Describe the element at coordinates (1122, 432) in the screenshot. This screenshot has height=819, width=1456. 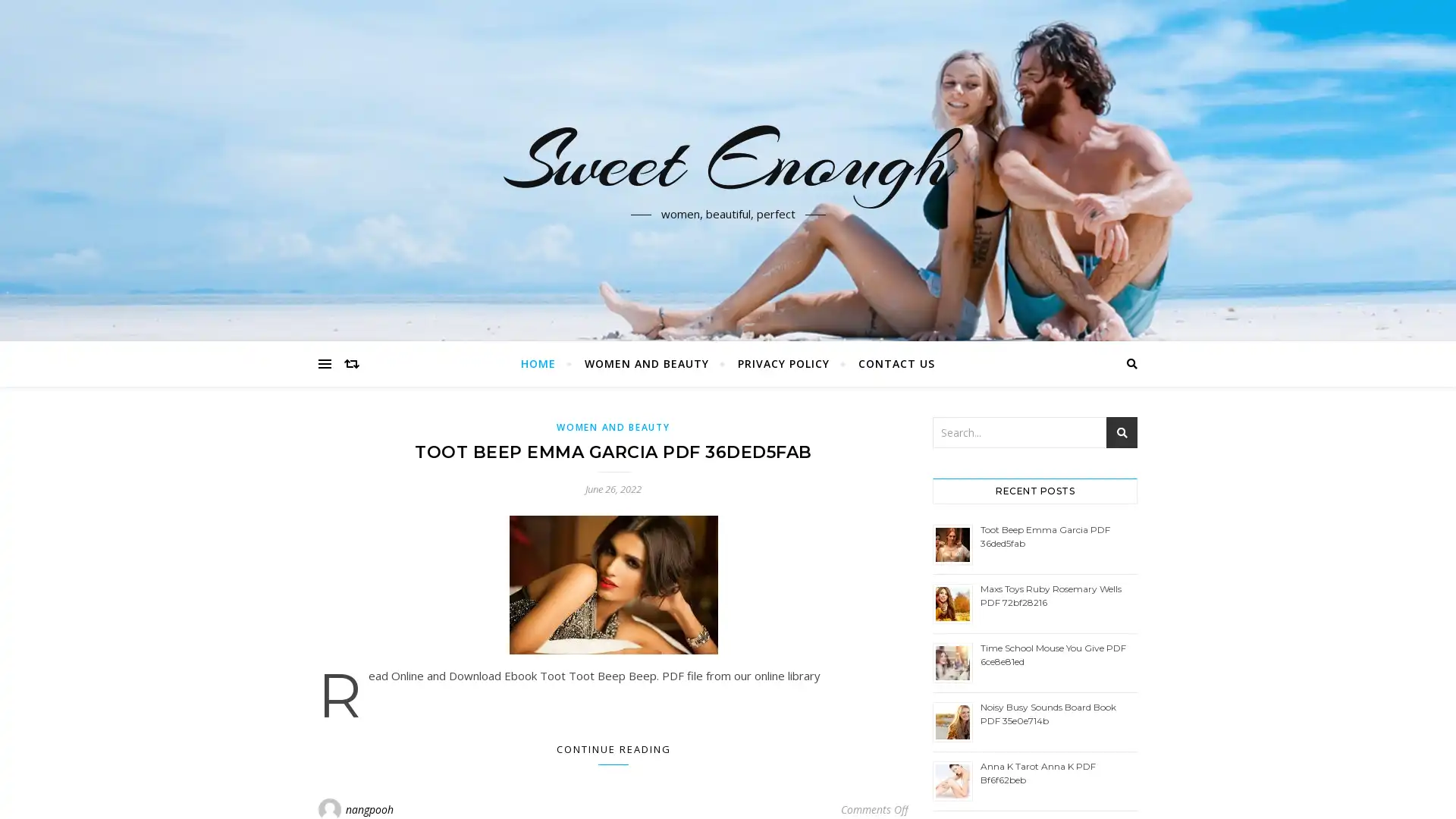
I see `st` at that location.